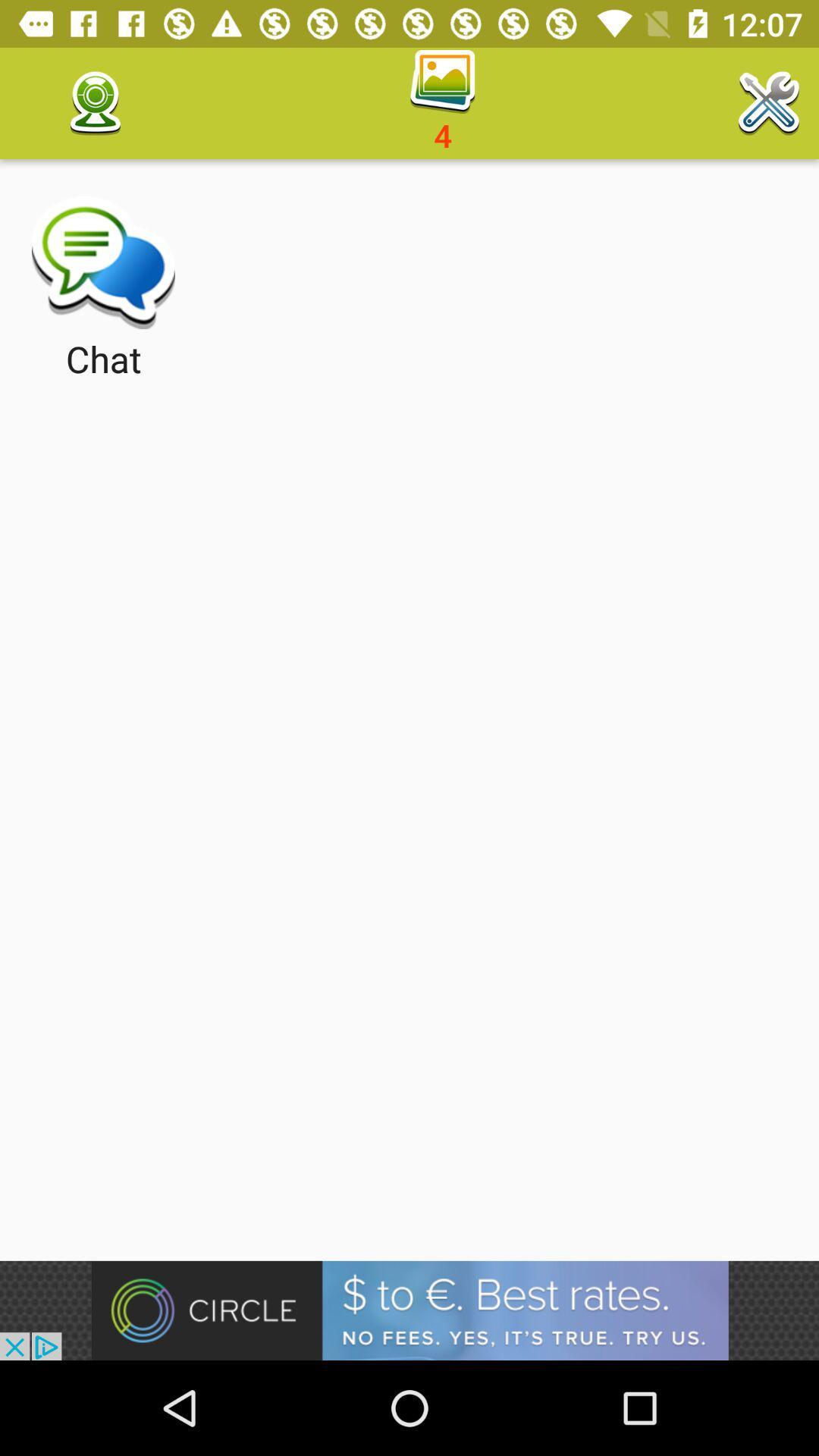 The image size is (819, 1456). I want to click on visit advertiser, so click(409, 1310).